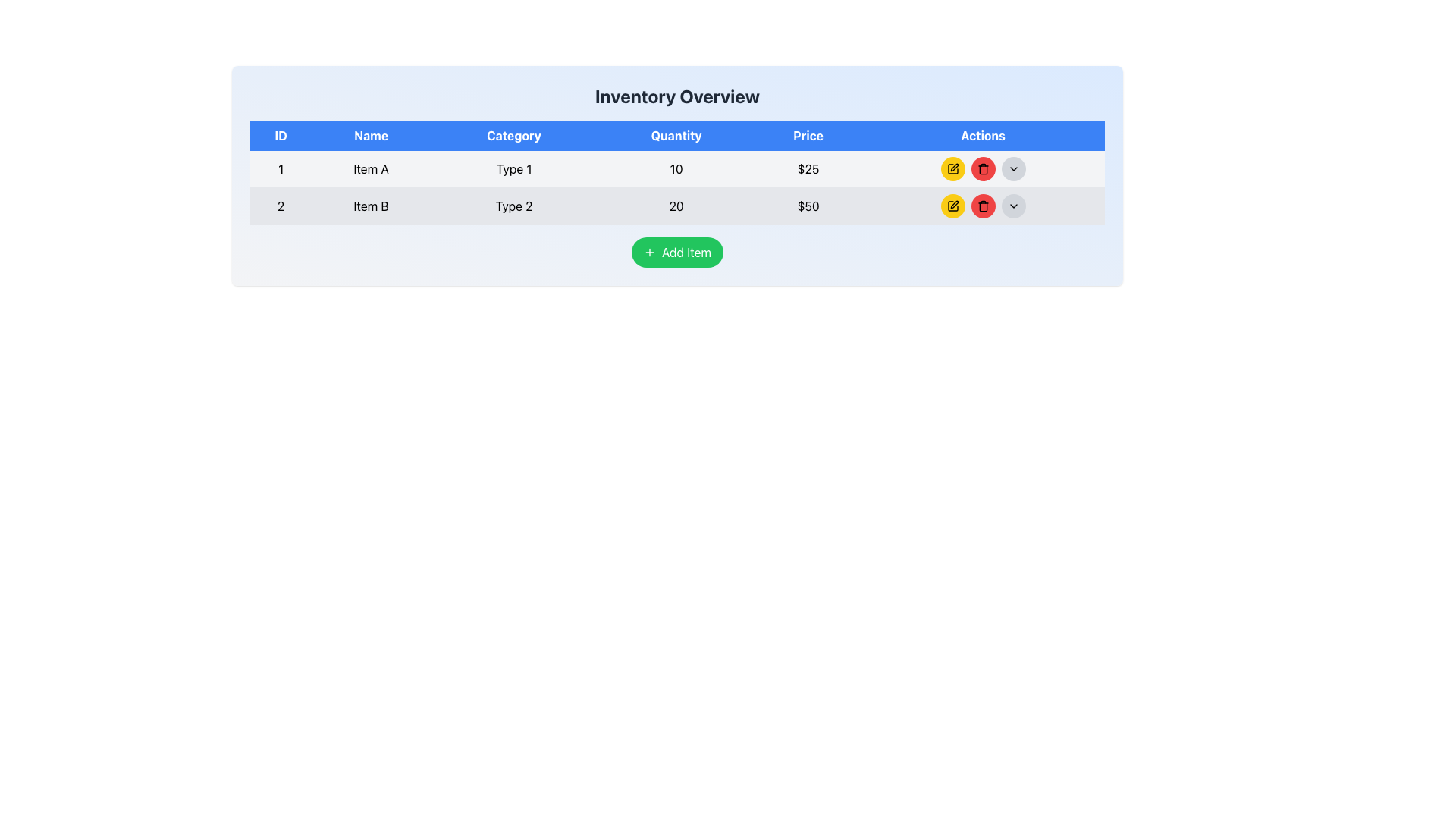  Describe the element at coordinates (952, 169) in the screenshot. I see `the edit icon, which is a pen over a square located in a circular button with a yellow background in the Actions column of the first row of the table` at that location.